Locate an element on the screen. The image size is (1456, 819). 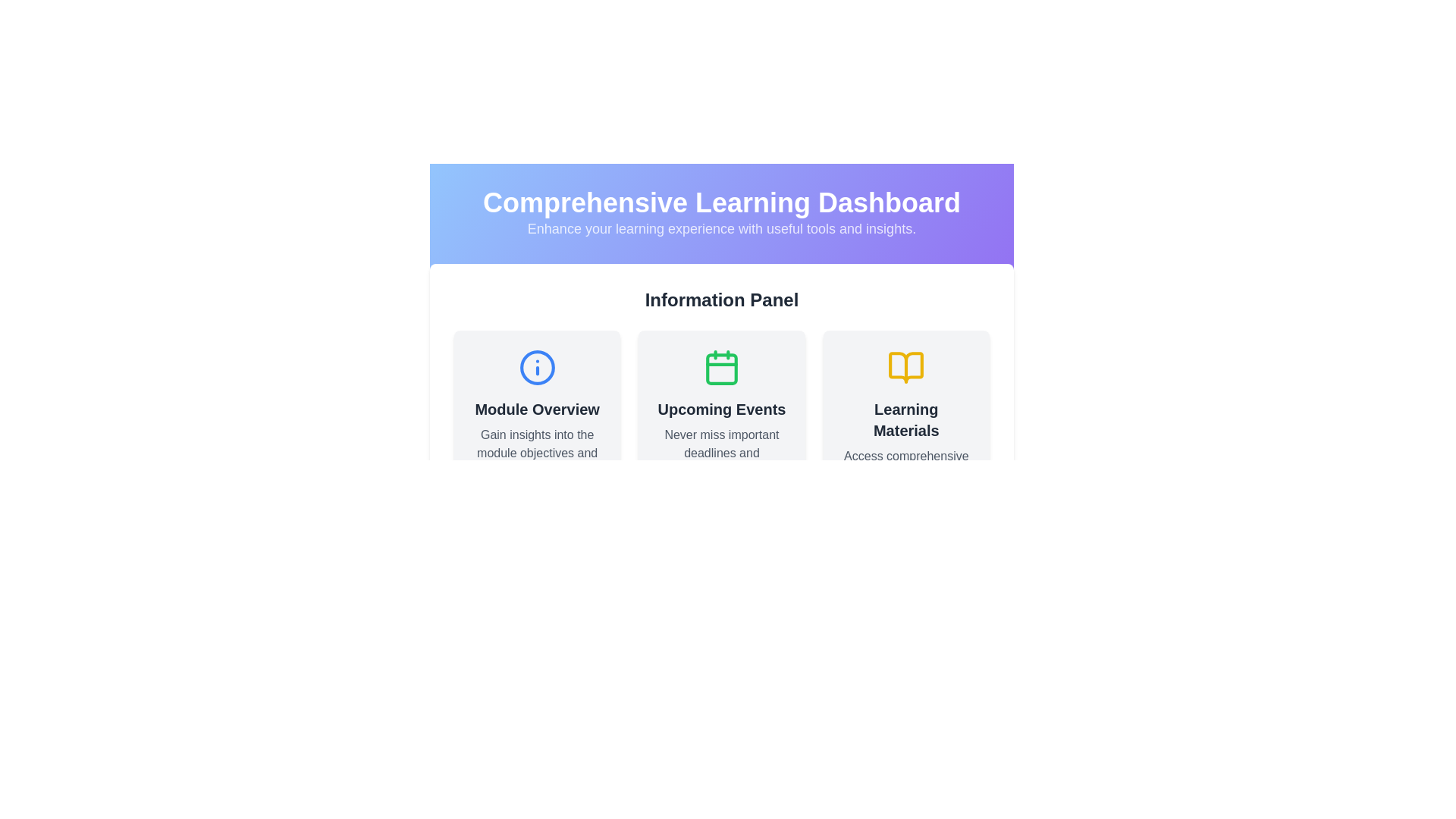
information presented in the Informational card located in the center column of the three-column grid layout, which highlights upcoming events and deadlines is located at coordinates (720, 425).